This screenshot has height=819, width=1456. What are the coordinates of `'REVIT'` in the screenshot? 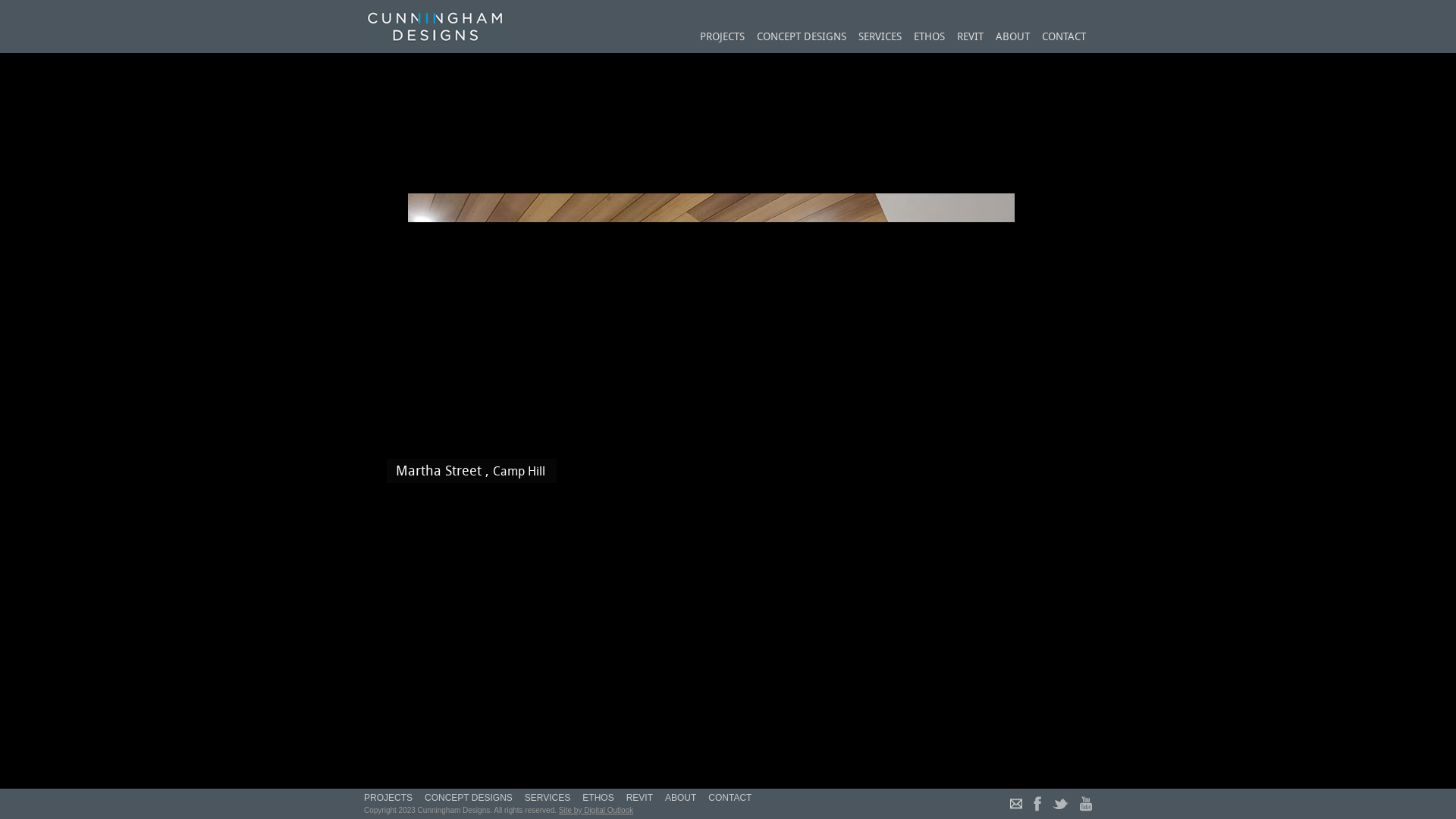 It's located at (969, 37).